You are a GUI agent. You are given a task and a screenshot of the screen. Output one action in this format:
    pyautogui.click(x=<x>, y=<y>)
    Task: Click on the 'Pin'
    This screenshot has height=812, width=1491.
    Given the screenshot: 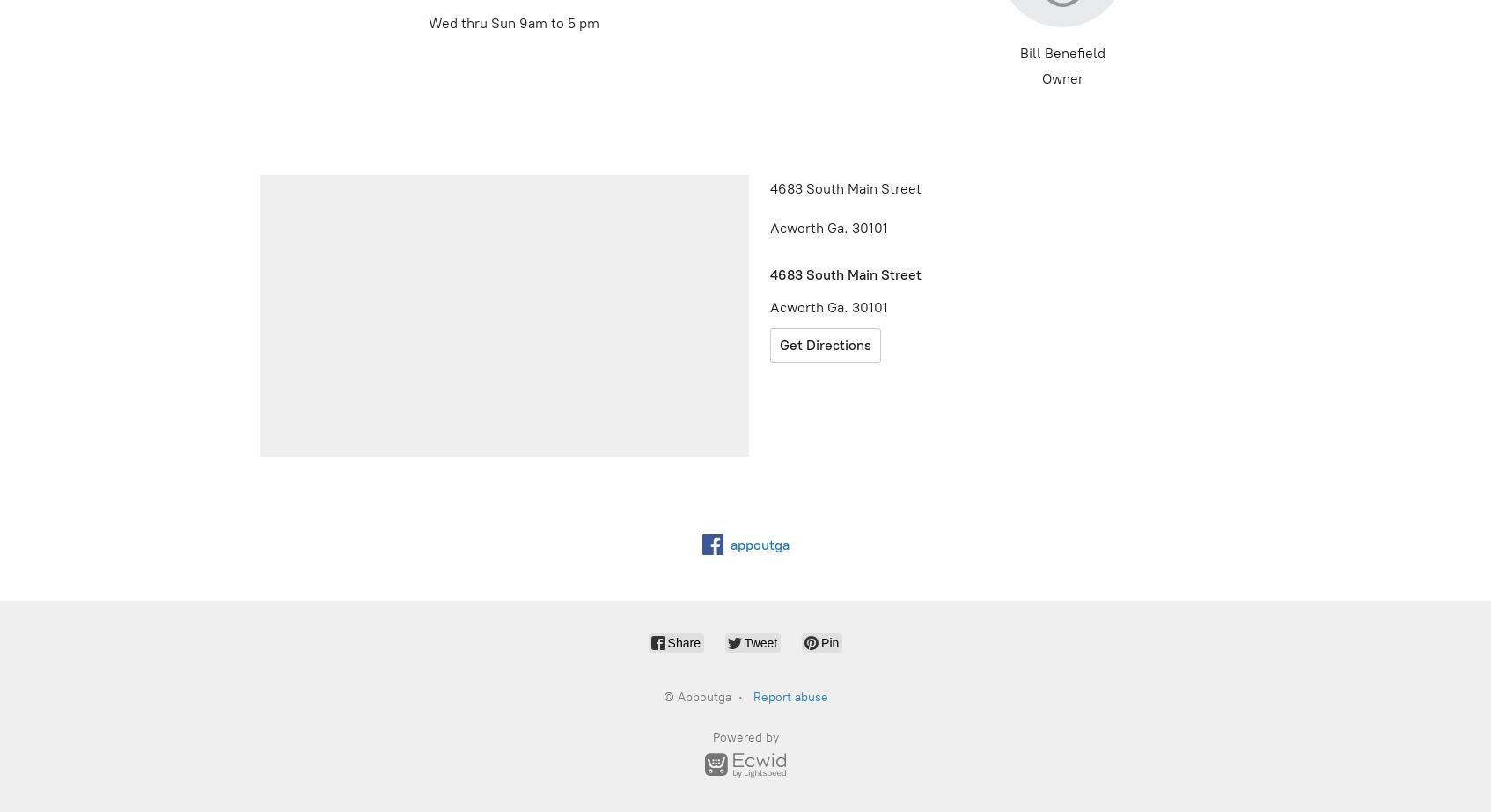 What is the action you would take?
    pyautogui.click(x=821, y=642)
    